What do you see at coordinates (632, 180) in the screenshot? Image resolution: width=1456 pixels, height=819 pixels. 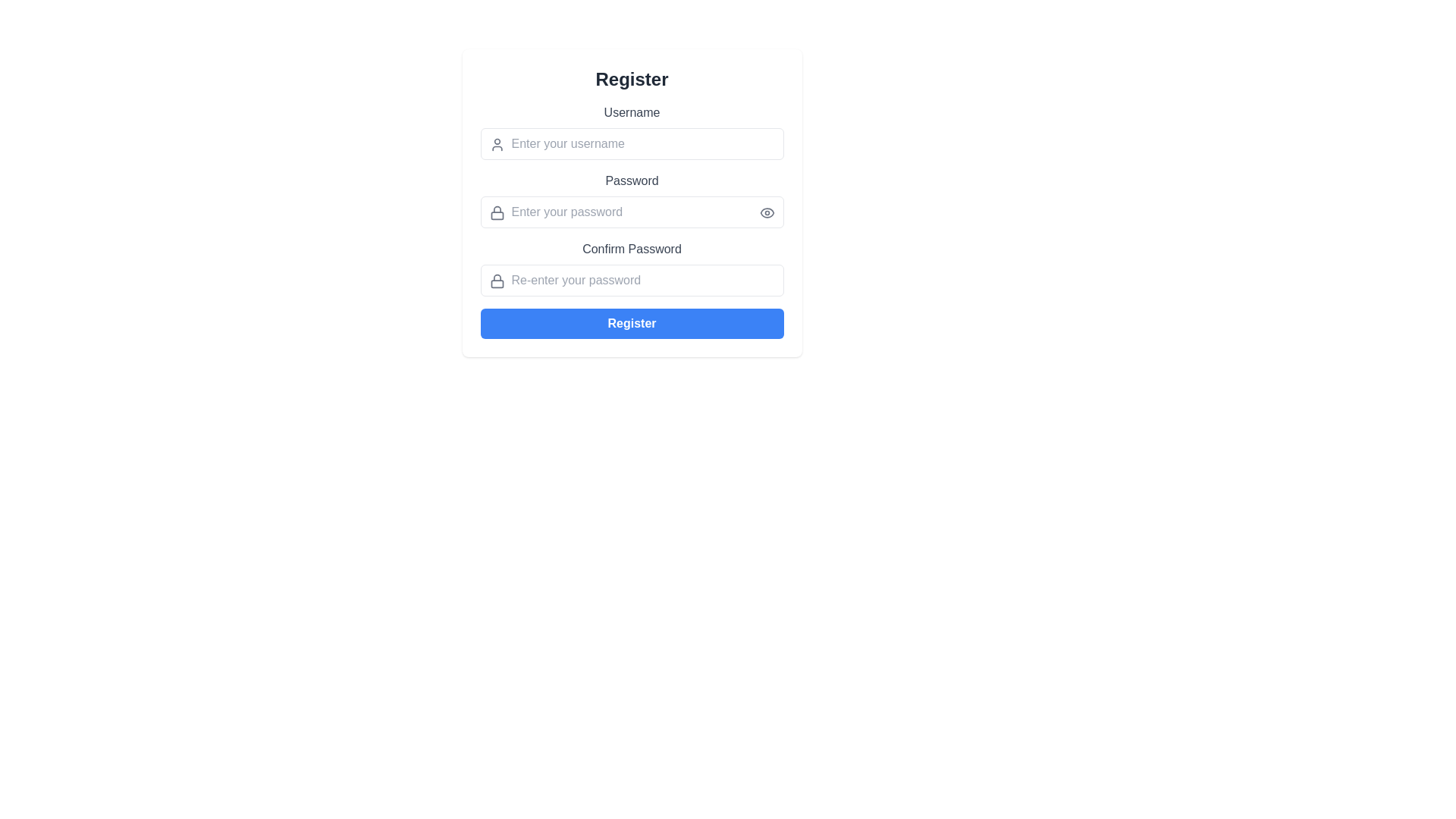 I see `the 'Password' label, which is styled in bold gray font and positioned above the password input field in the registration form` at bounding box center [632, 180].